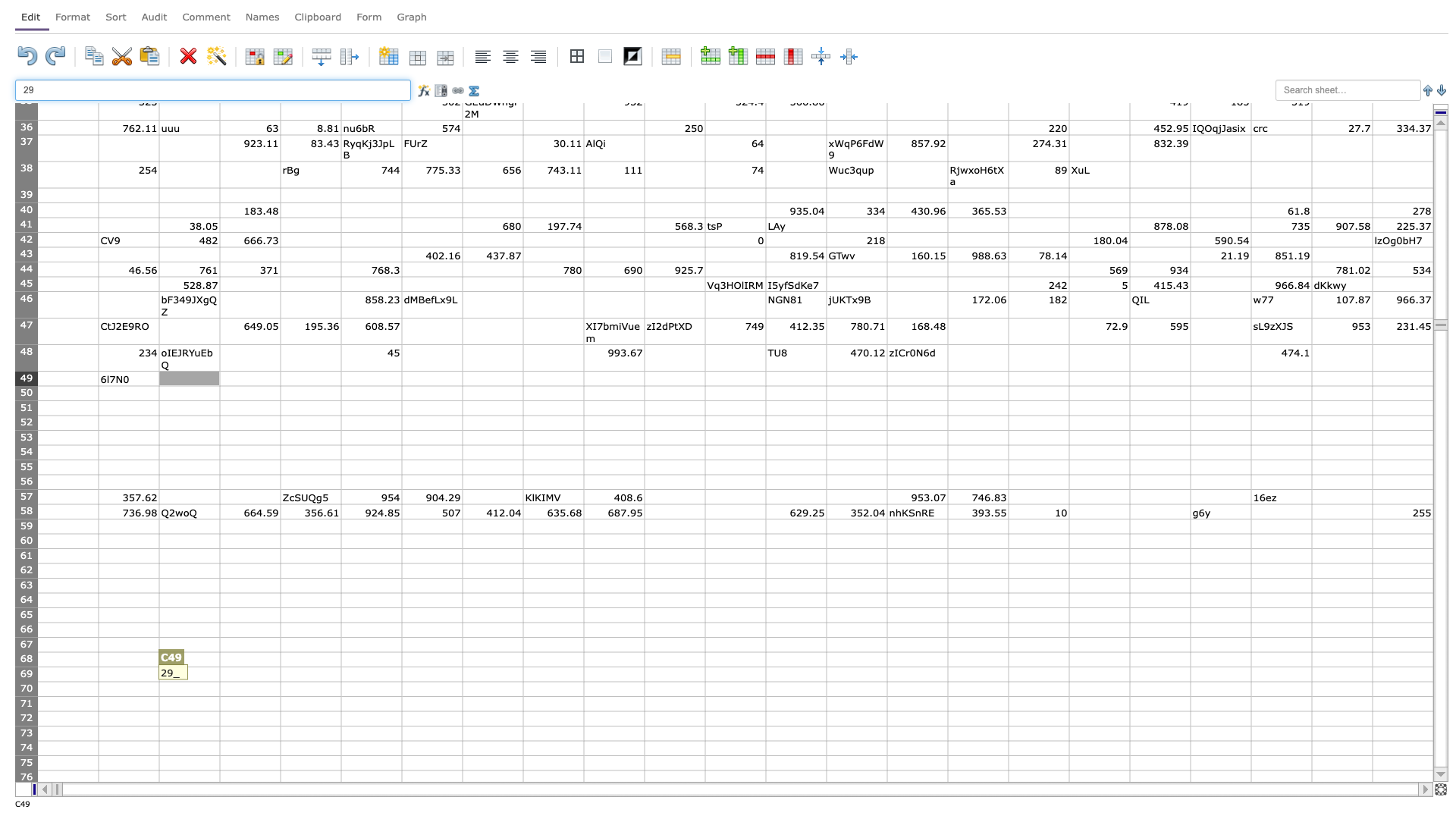 The image size is (1456, 819). I want to click on Auto-fill point of cell K69, so click(704, 680).